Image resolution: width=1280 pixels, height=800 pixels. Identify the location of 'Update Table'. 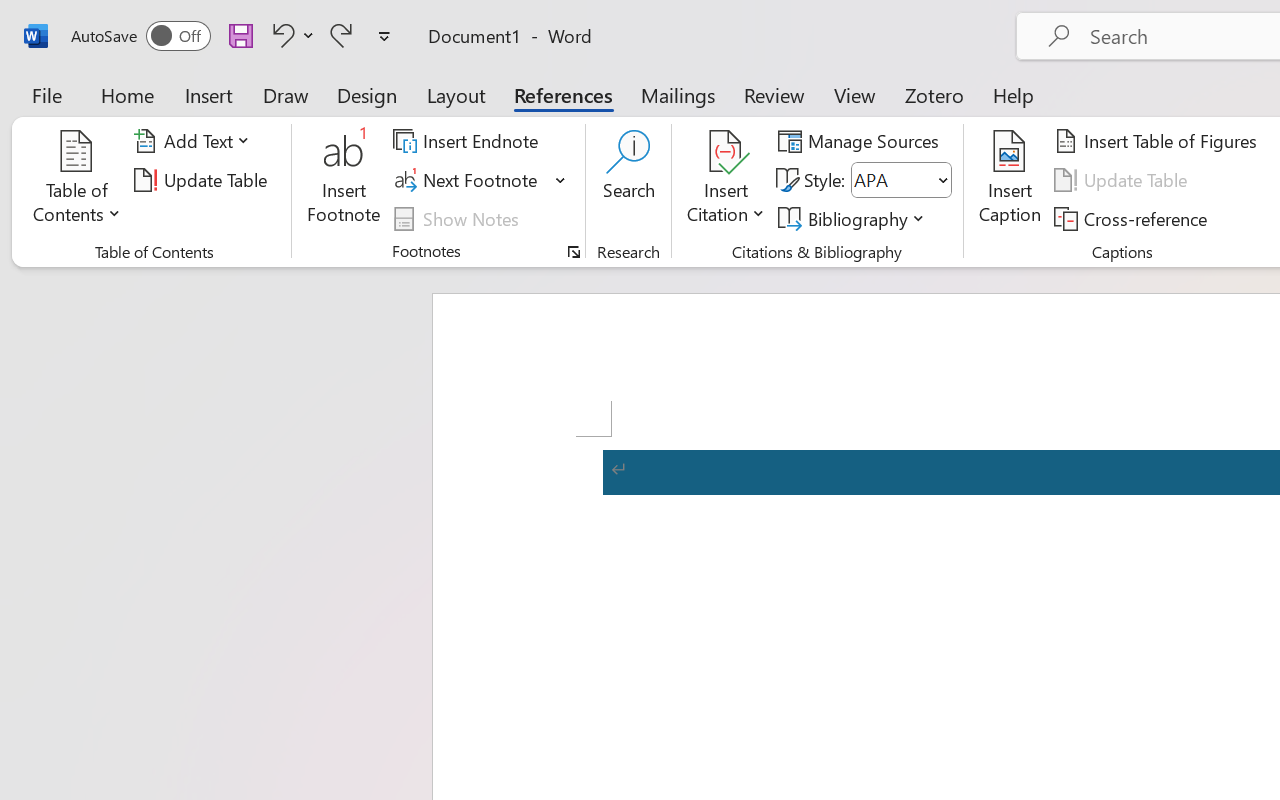
(1124, 179).